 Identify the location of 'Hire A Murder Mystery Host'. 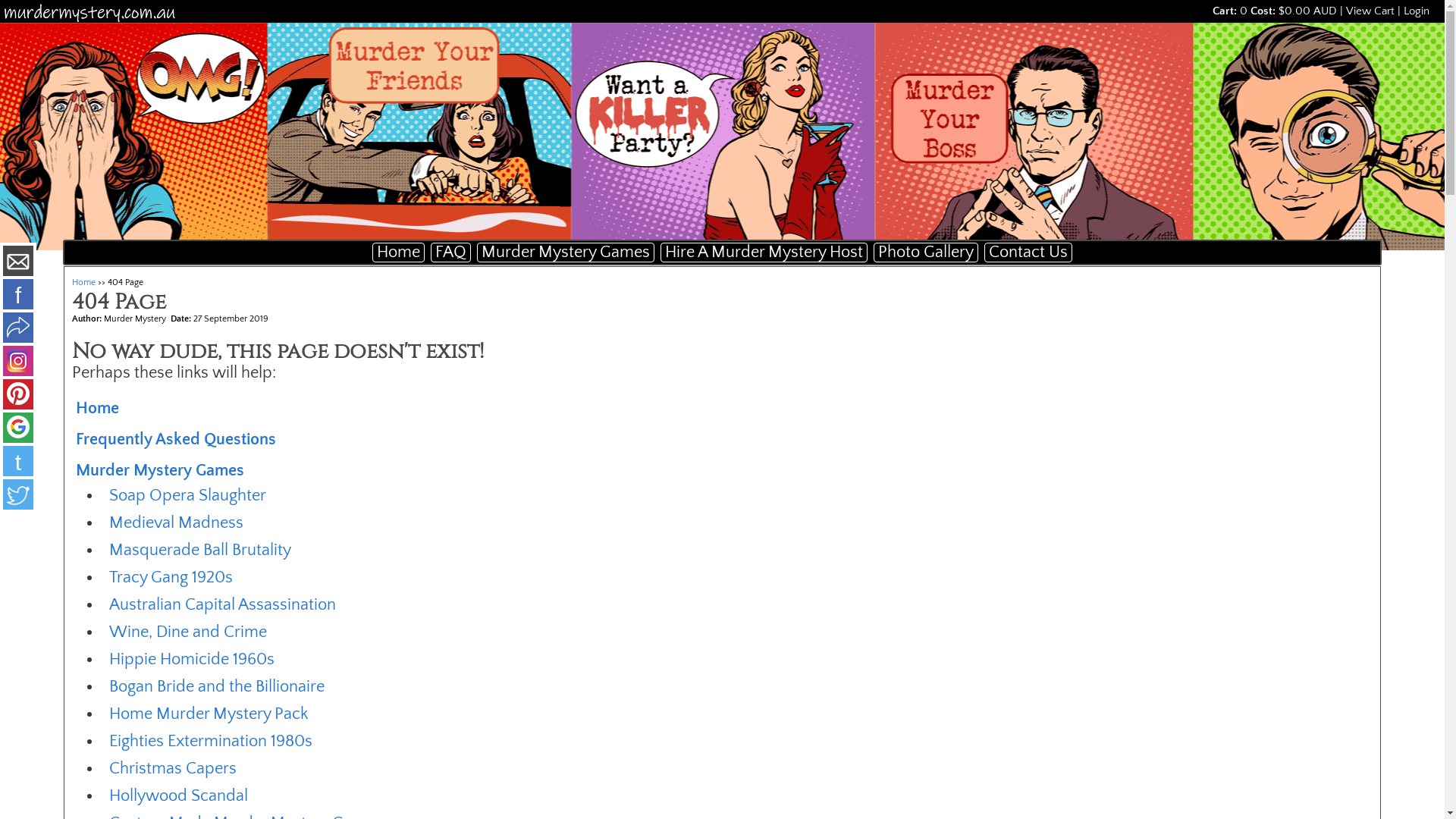
(665, 251).